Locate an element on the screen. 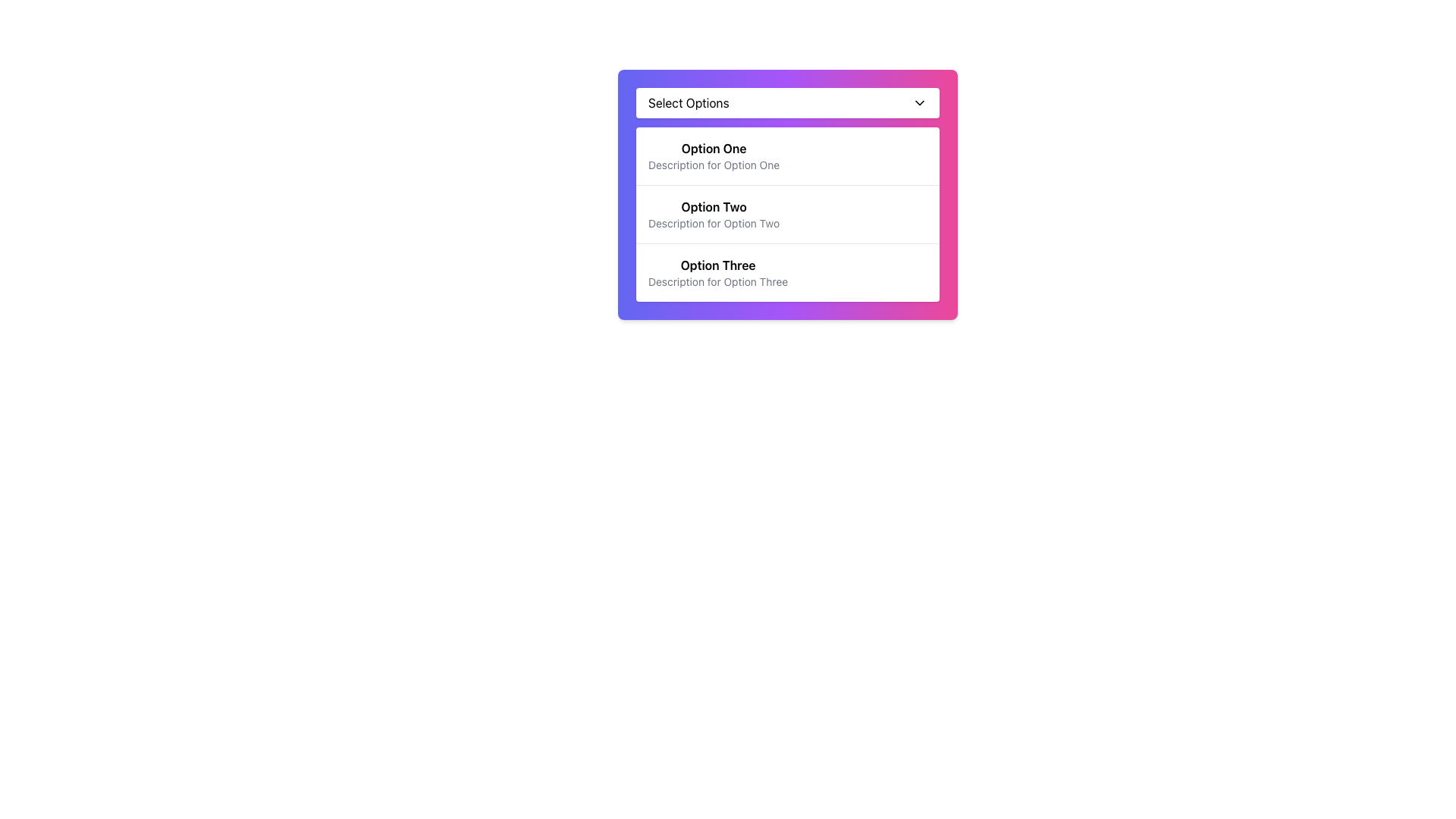 The width and height of the screenshot is (1456, 819). the text label displaying 'Description for Option Three', which is located directly below 'Option Three' in the dropdown list is located at coordinates (717, 281).